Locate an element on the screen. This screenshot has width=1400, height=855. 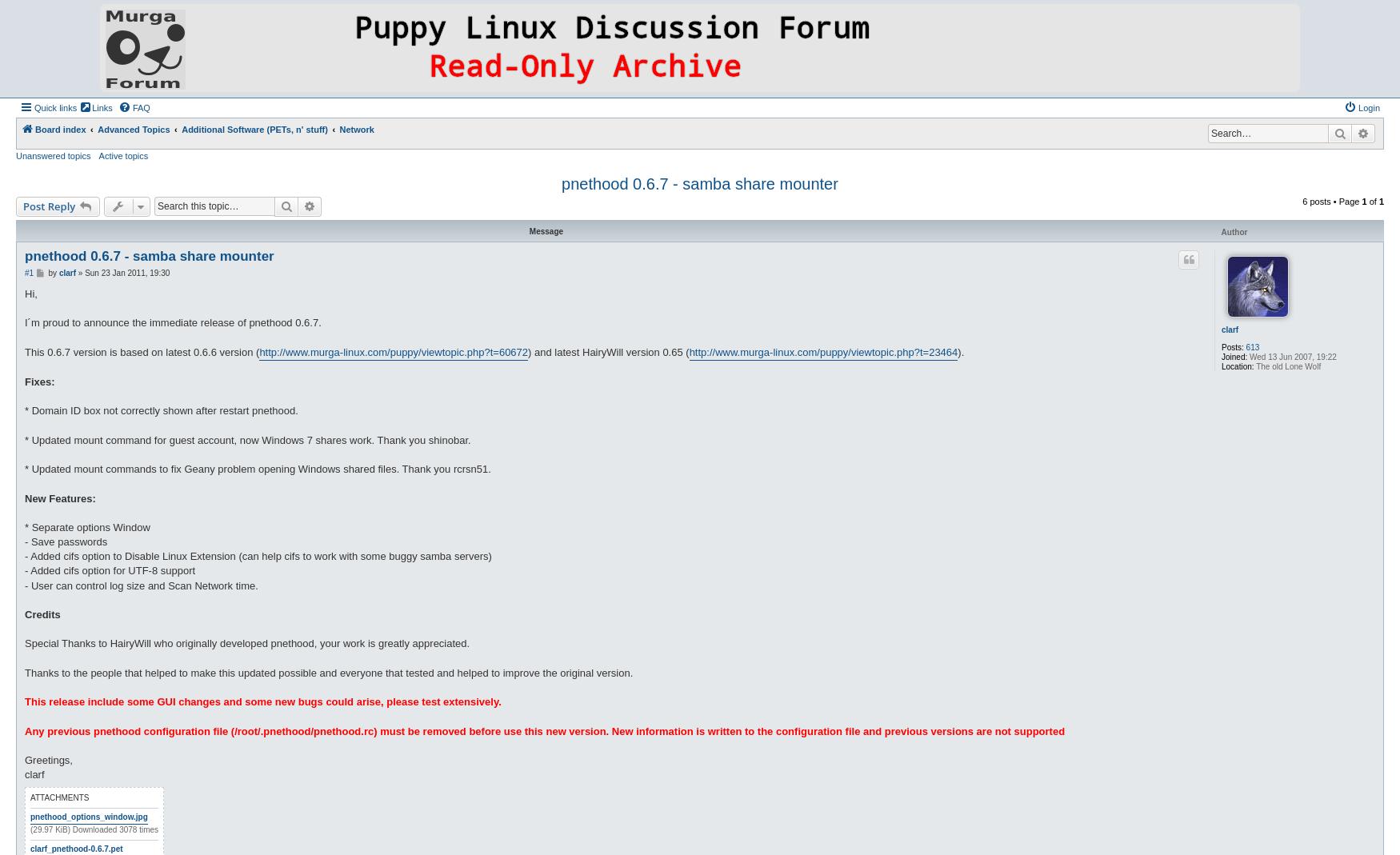
'The old Lone Wolf' is located at coordinates (1286, 365).